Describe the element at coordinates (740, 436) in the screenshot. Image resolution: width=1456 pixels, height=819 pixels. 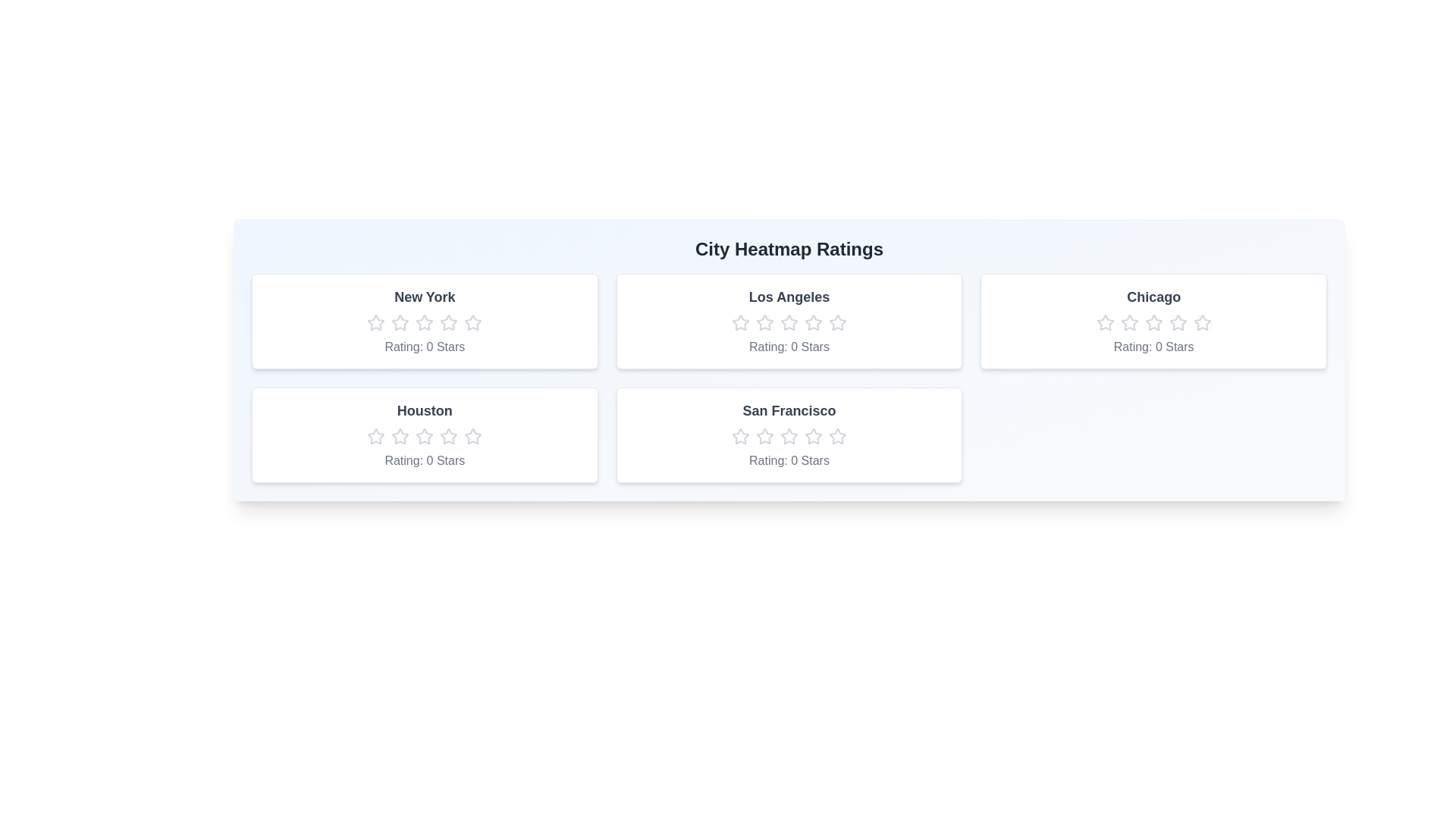
I see `the San Francisco rating star number 1` at that location.